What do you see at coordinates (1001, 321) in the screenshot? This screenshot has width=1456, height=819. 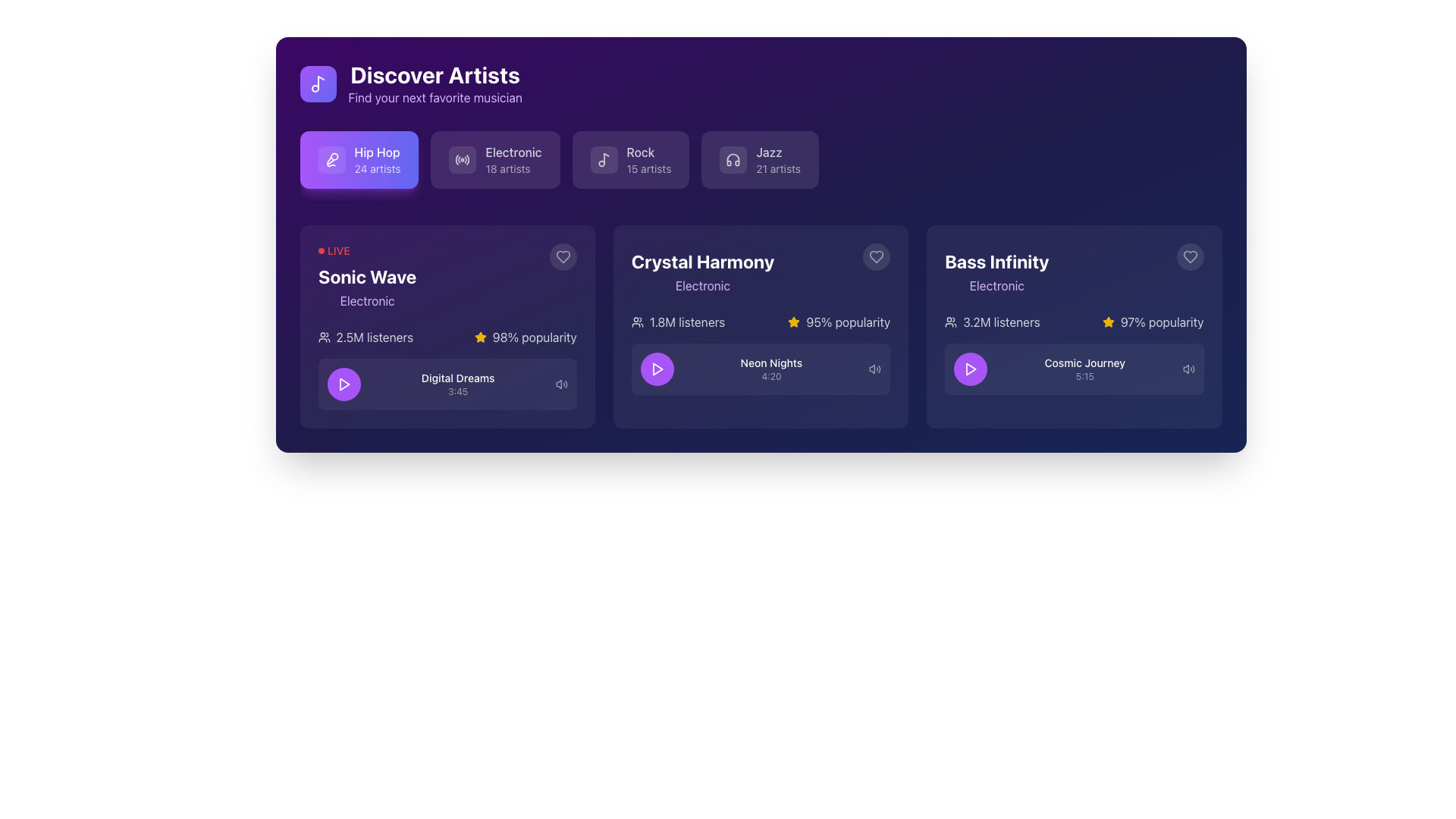 I see `the text label displaying the number of listeners for 'Bass Infinity', located next to the user icon and above the 'Cosmic Journey' song details` at bounding box center [1001, 321].